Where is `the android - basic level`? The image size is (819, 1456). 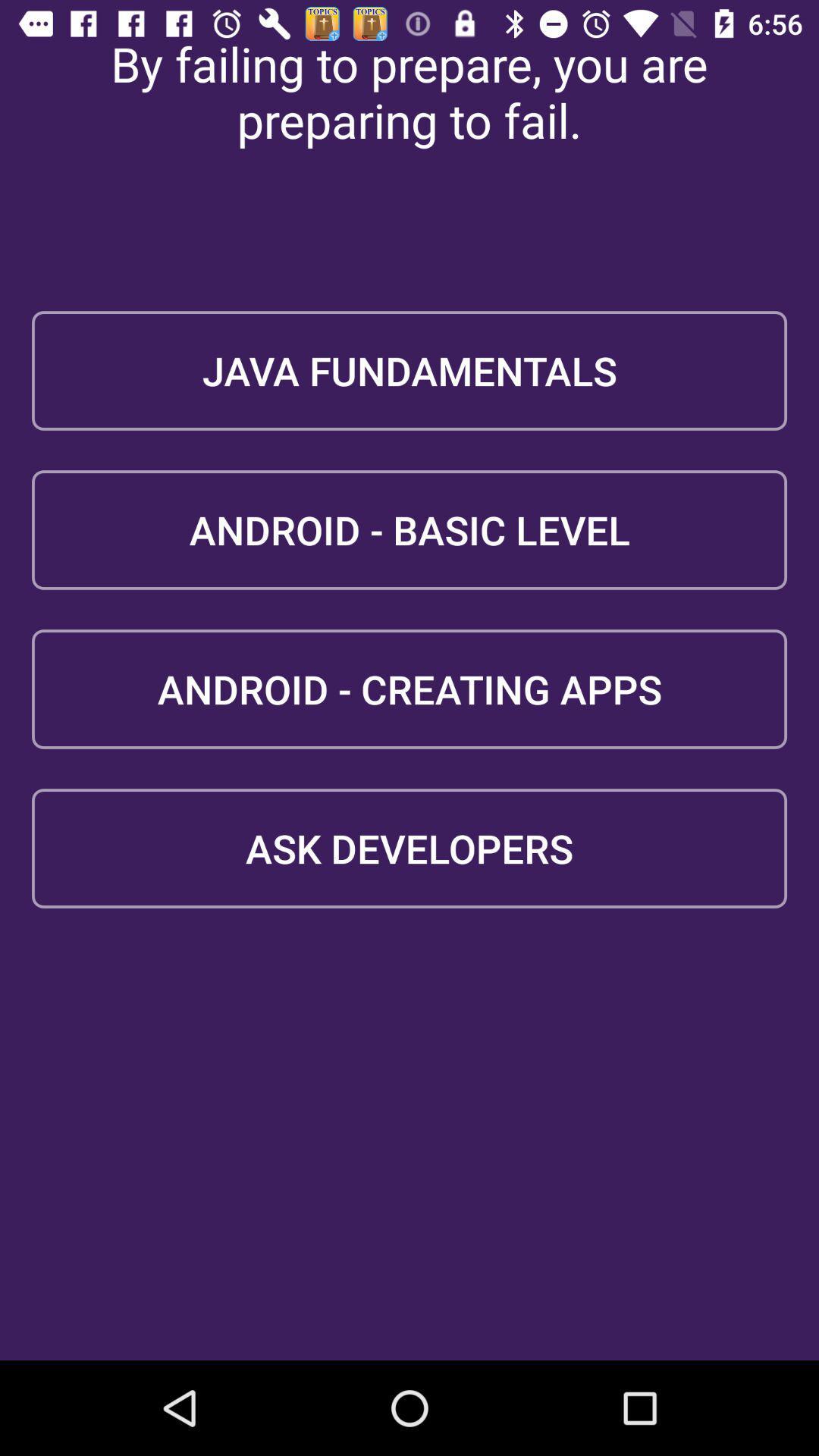 the android - basic level is located at coordinates (409, 530).